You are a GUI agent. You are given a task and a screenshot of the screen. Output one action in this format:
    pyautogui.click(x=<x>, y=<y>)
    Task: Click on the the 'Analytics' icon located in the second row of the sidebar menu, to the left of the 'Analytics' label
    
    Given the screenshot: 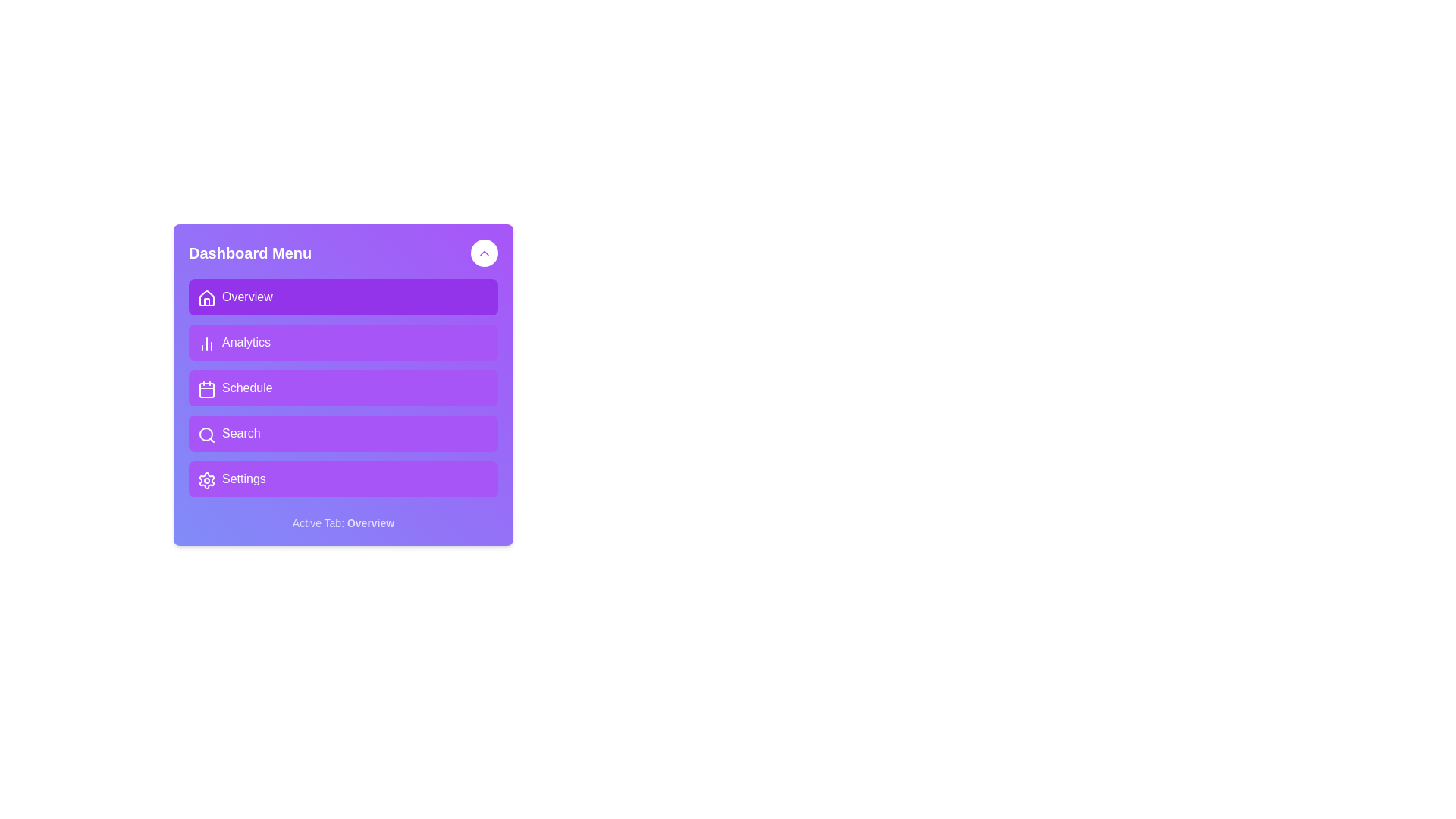 What is the action you would take?
    pyautogui.click(x=206, y=344)
    